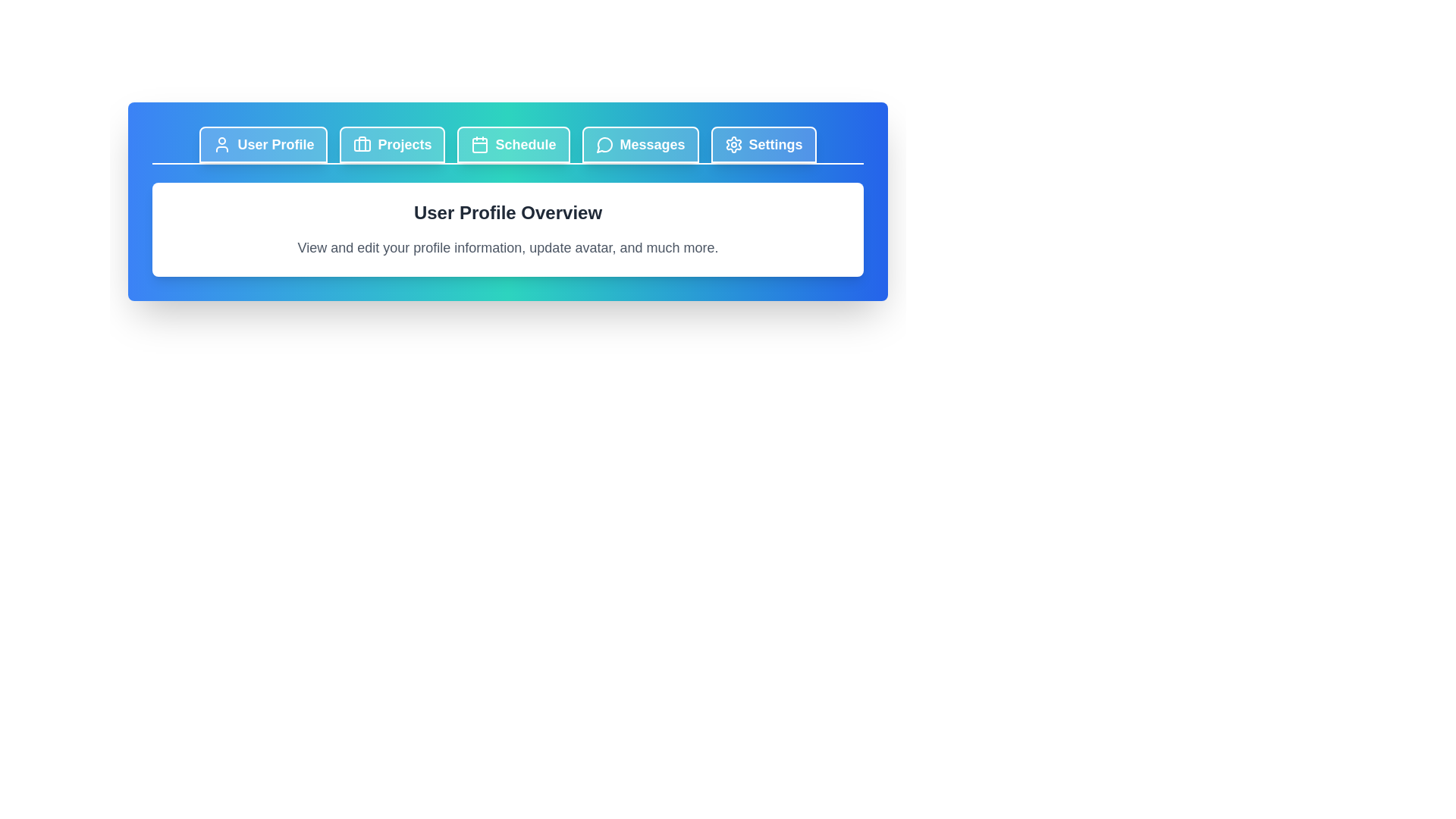 The height and width of the screenshot is (819, 1456). What do you see at coordinates (393, 145) in the screenshot?
I see `the 'Projects' button in the navigation bar` at bounding box center [393, 145].